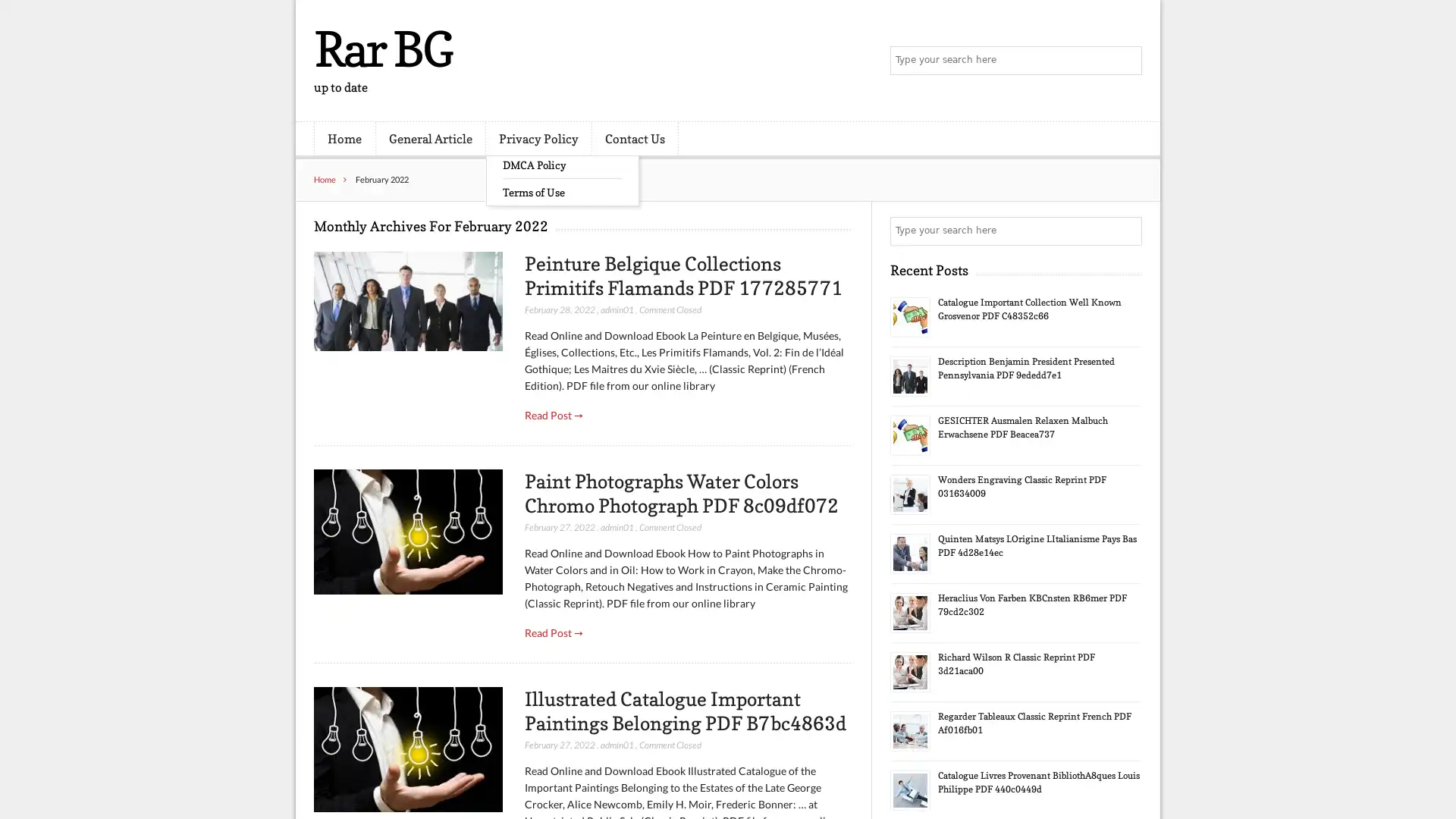 The image size is (1456, 819). Describe the element at coordinates (1126, 231) in the screenshot. I see `Search` at that location.